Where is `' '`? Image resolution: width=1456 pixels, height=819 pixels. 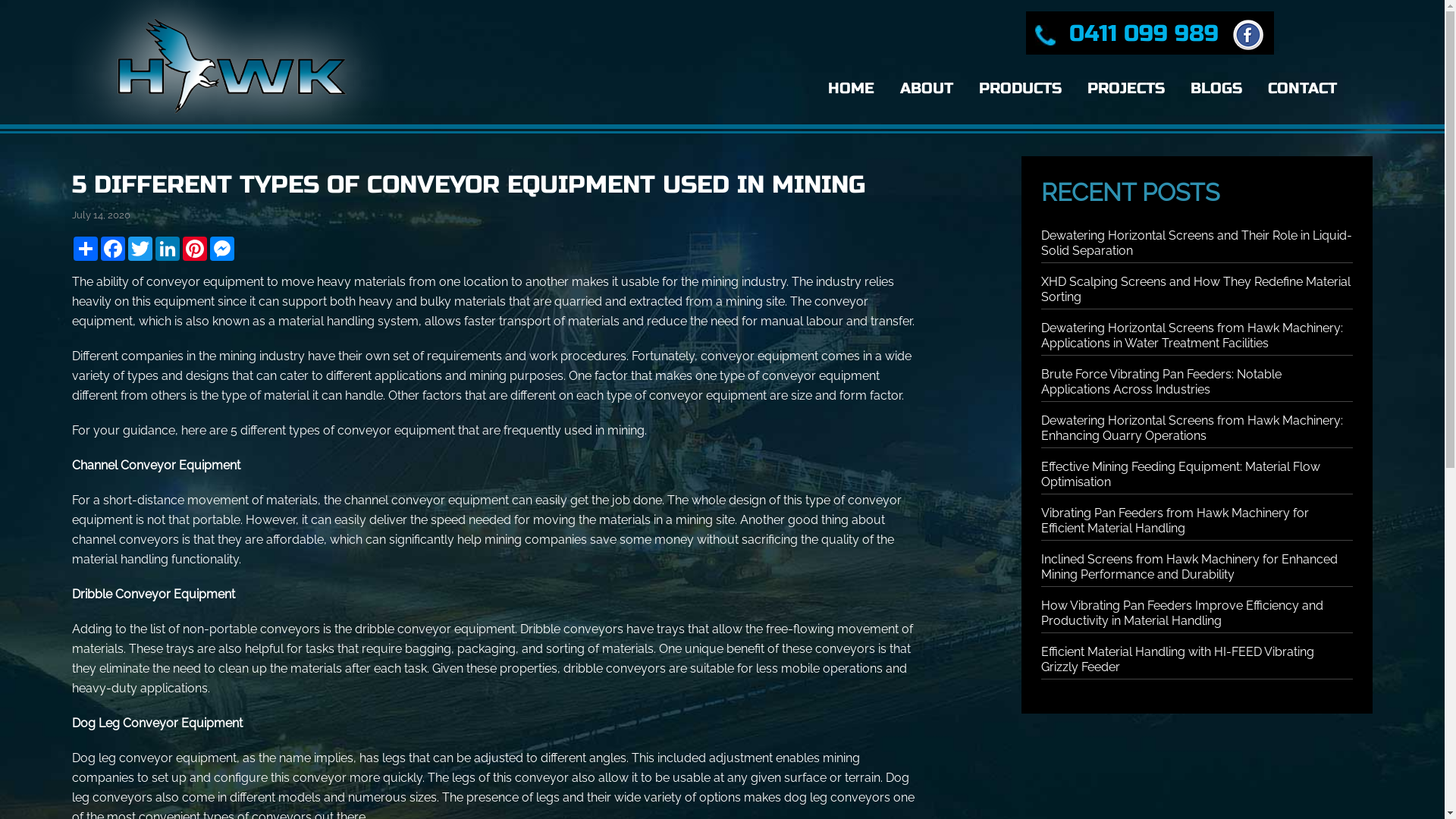 ' ' is located at coordinates (1244, 33).